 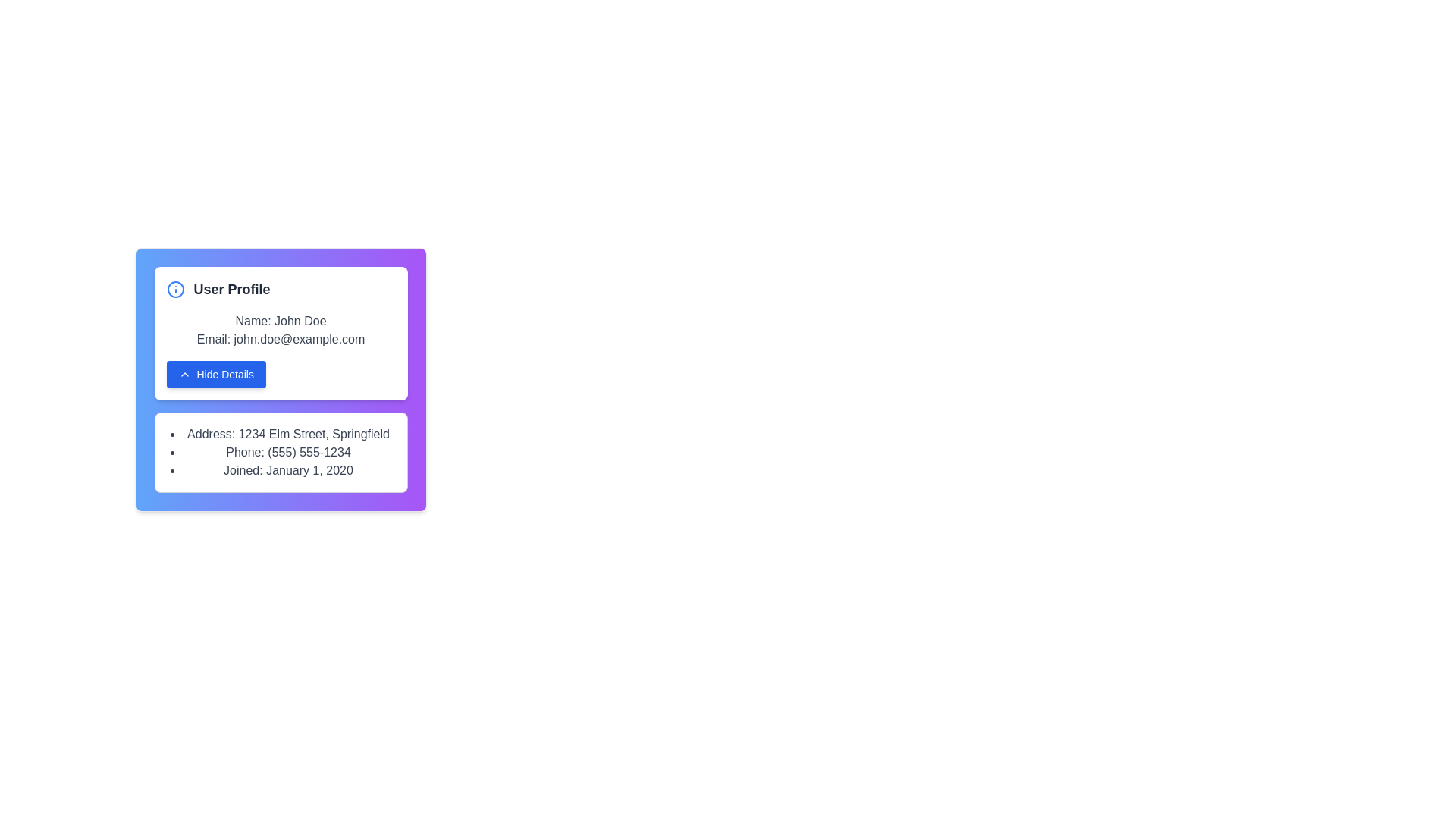 I want to click on the 'Hide Details' text label within the toggle button located below the 'User Profile' section, which has a blue background and rounded corners, so click(x=224, y=374).